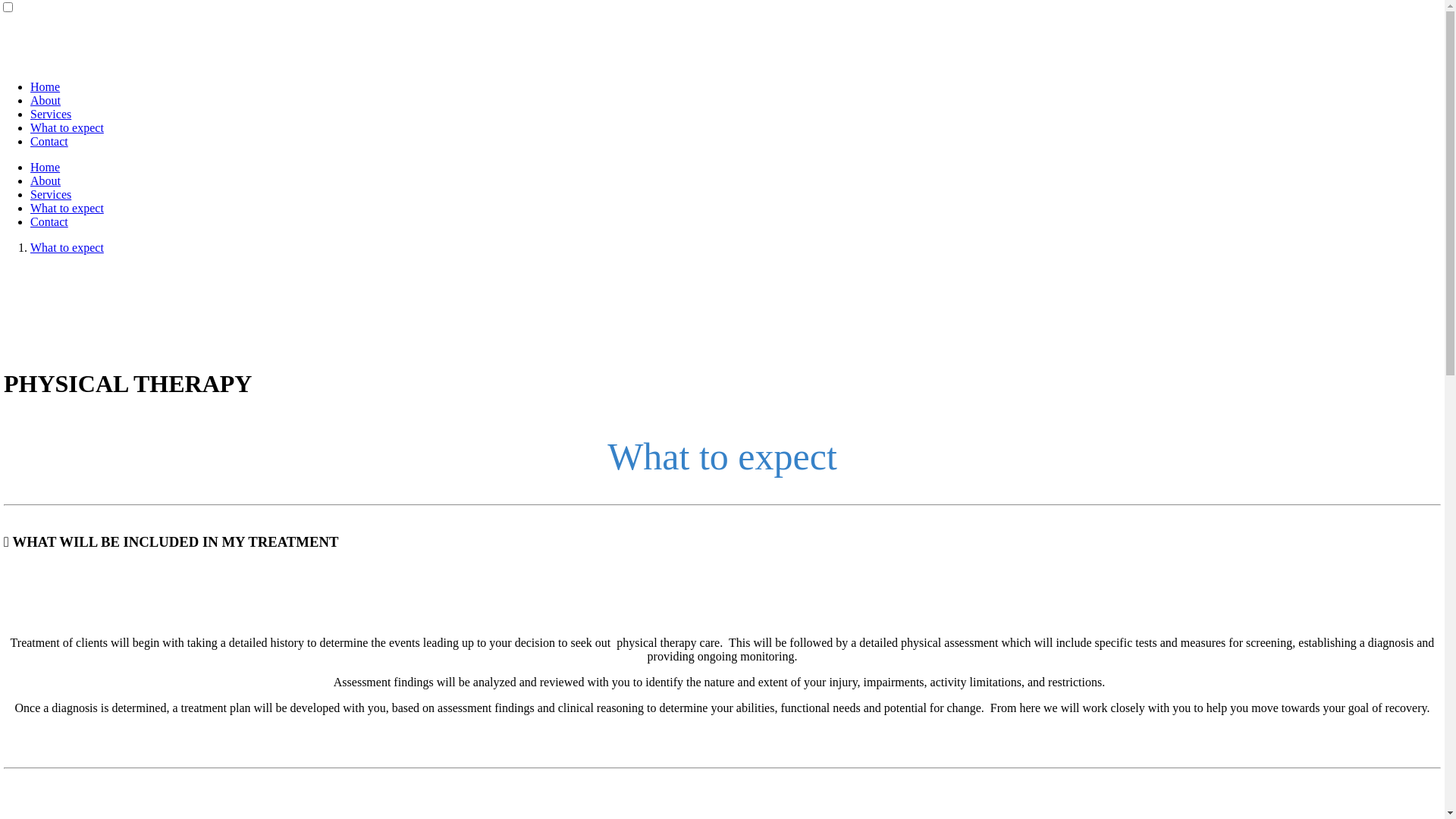  What do you see at coordinates (30, 167) in the screenshot?
I see `'Home'` at bounding box center [30, 167].